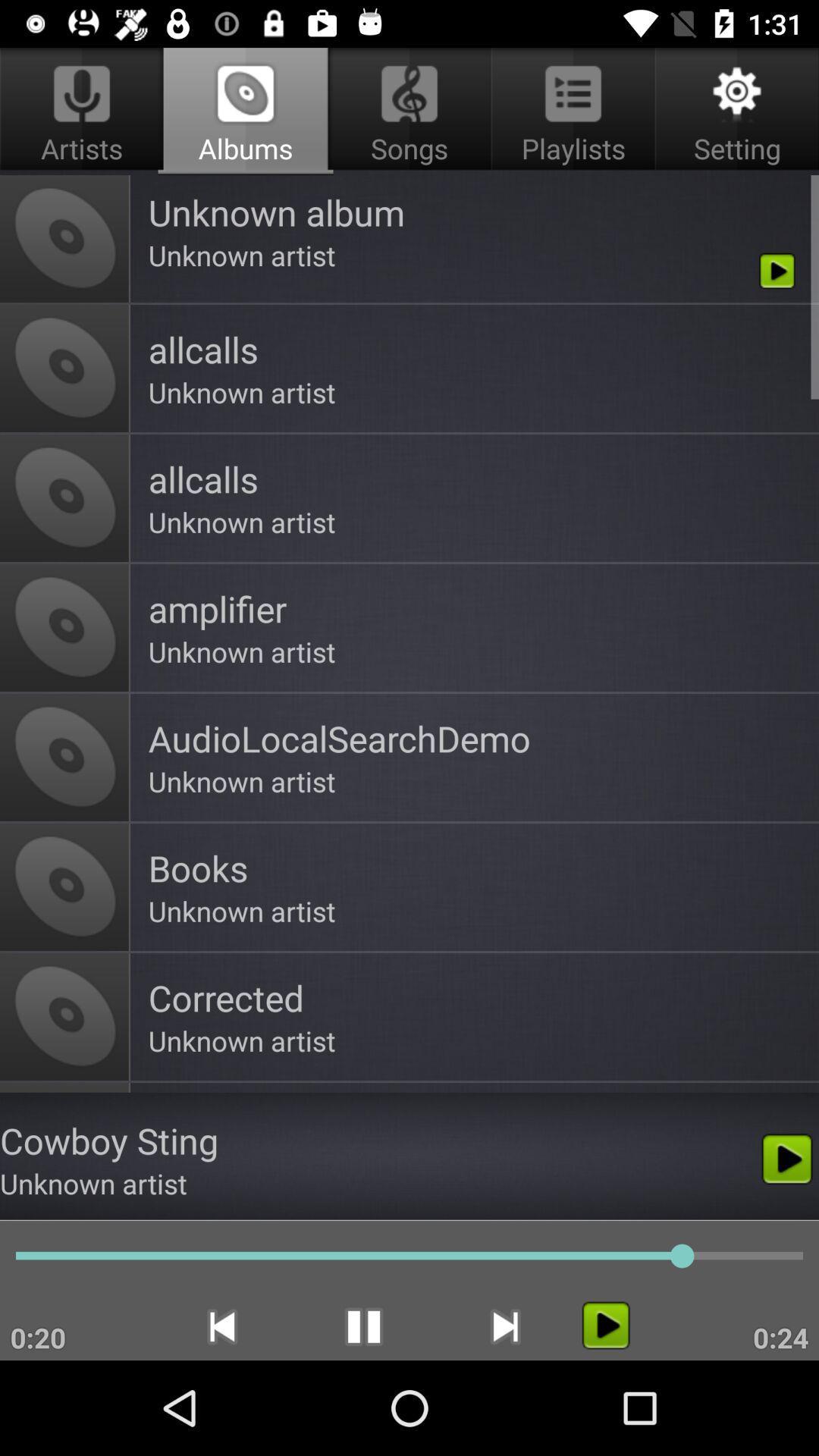  Describe the element at coordinates (84, 111) in the screenshot. I see `the icon to the left of songs` at that location.